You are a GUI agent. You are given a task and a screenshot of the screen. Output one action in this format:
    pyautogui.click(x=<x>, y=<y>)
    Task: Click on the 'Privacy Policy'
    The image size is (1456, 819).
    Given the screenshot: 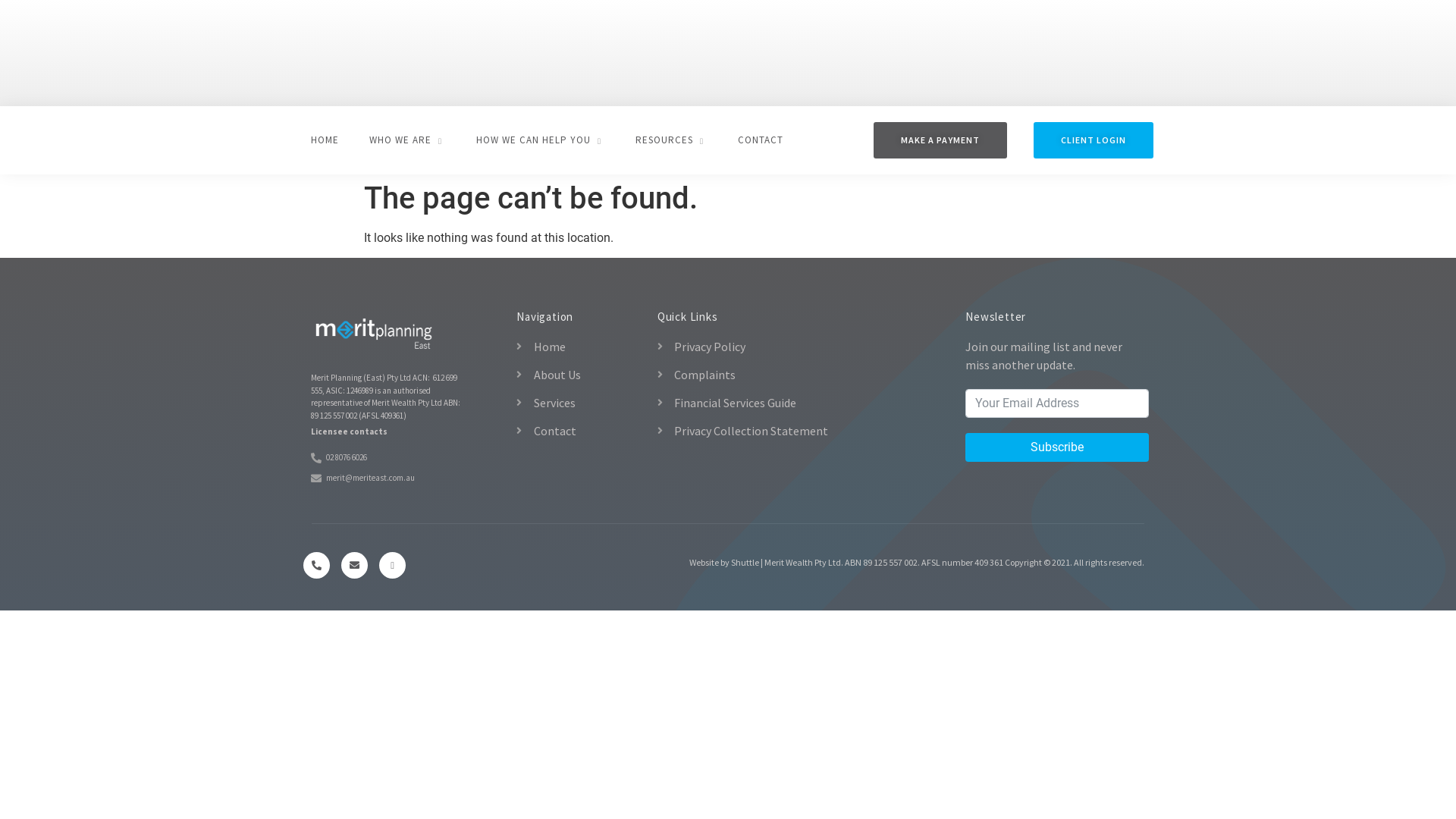 What is the action you would take?
    pyautogui.click(x=657, y=346)
    